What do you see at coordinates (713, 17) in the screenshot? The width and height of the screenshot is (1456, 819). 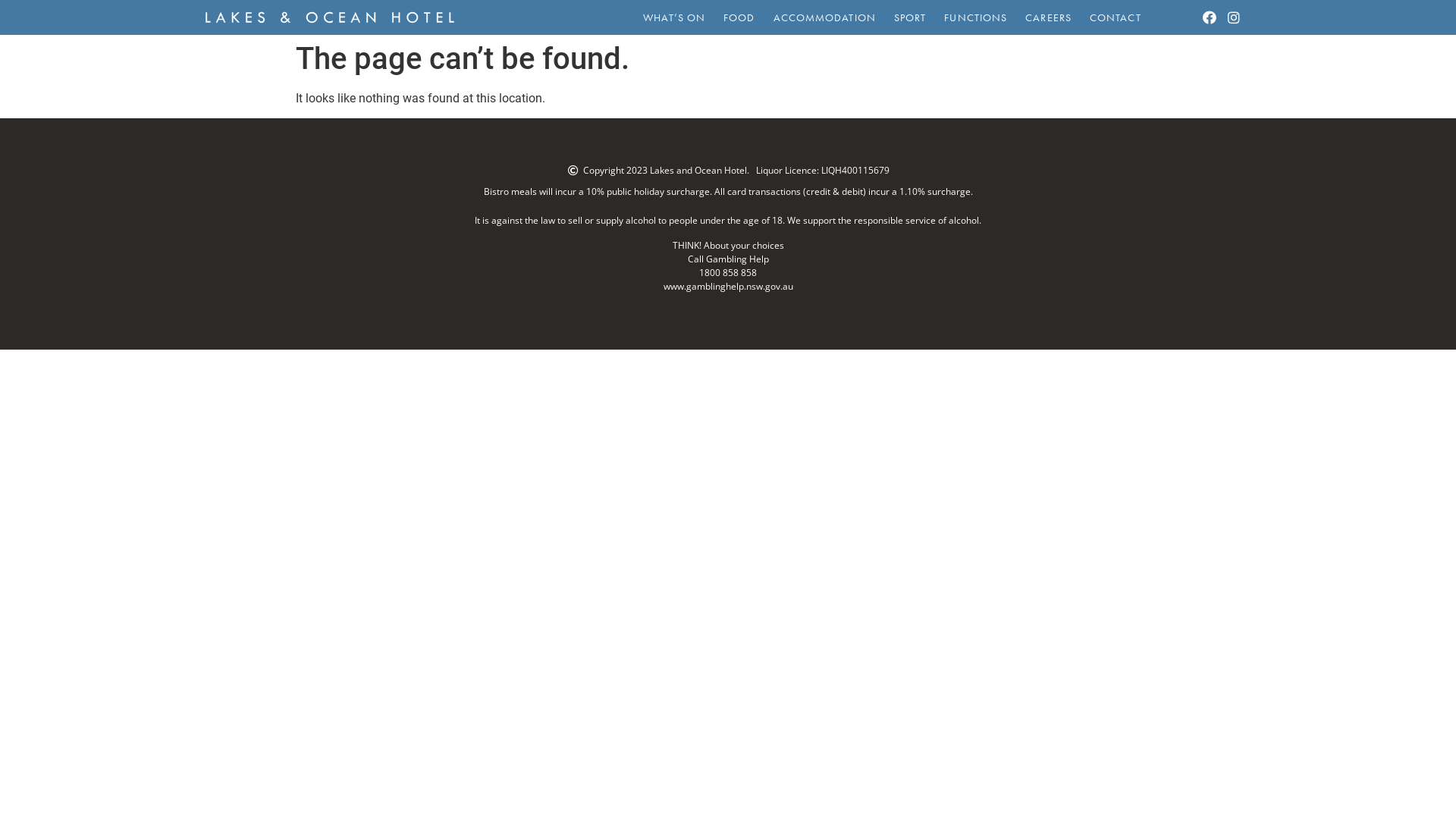 I see `'FOOD'` at bounding box center [713, 17].